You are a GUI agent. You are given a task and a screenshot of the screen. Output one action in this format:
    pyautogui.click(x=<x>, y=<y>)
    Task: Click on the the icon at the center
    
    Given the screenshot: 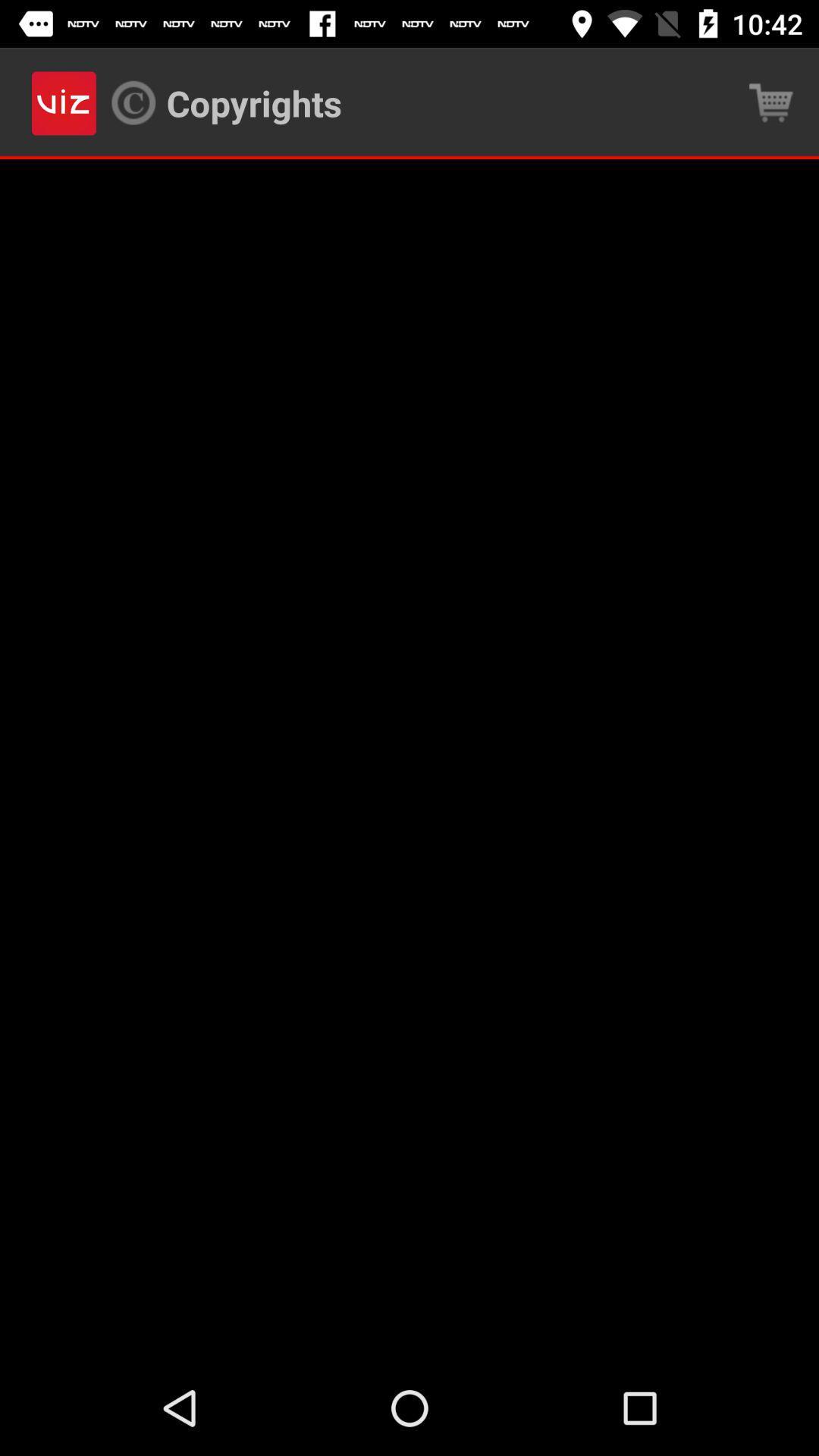 What is the action you would take?
    pyautogui.click(x=409, y=760)
    